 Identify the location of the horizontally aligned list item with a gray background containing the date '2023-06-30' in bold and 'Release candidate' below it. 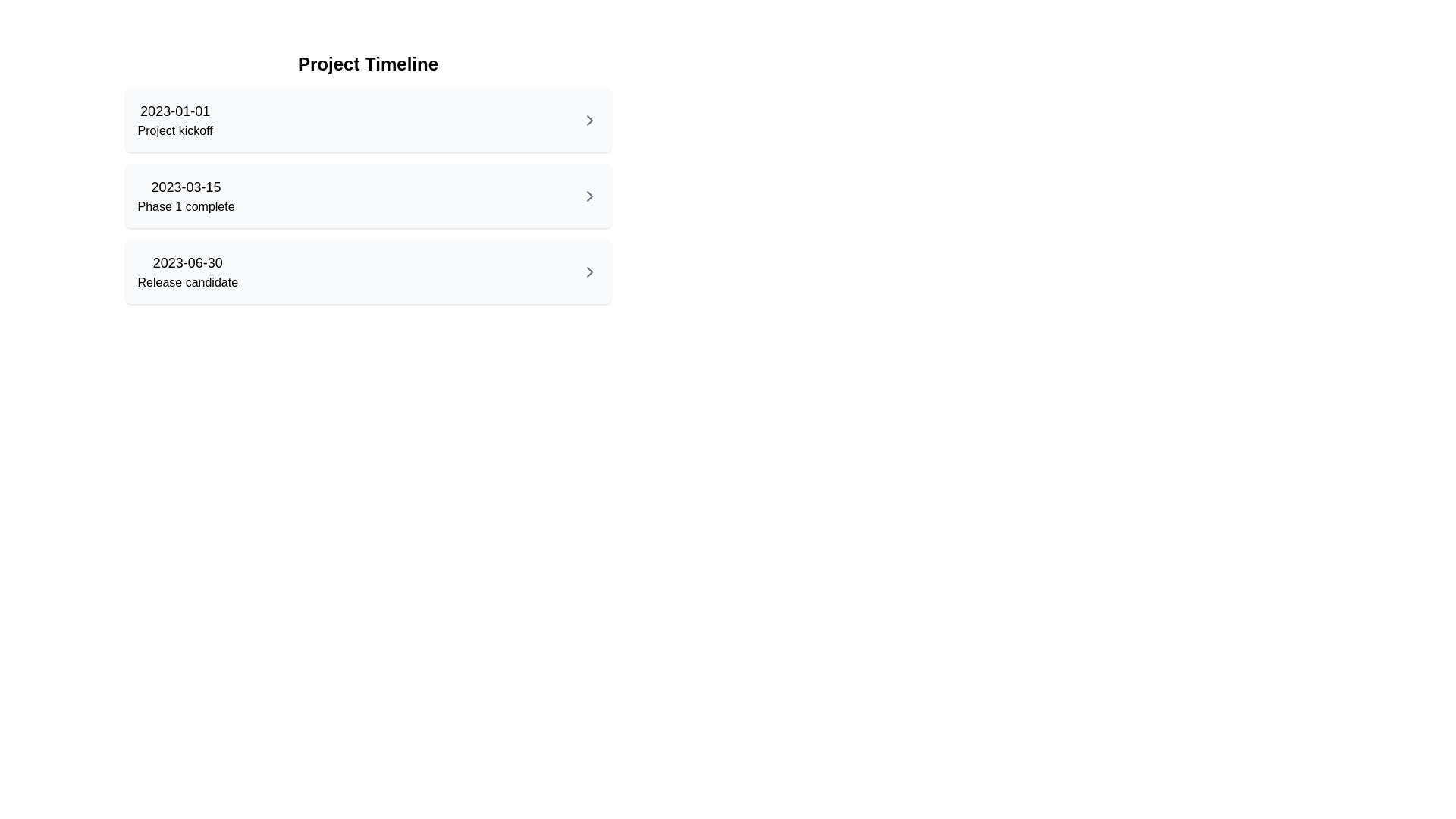
(368, 271).